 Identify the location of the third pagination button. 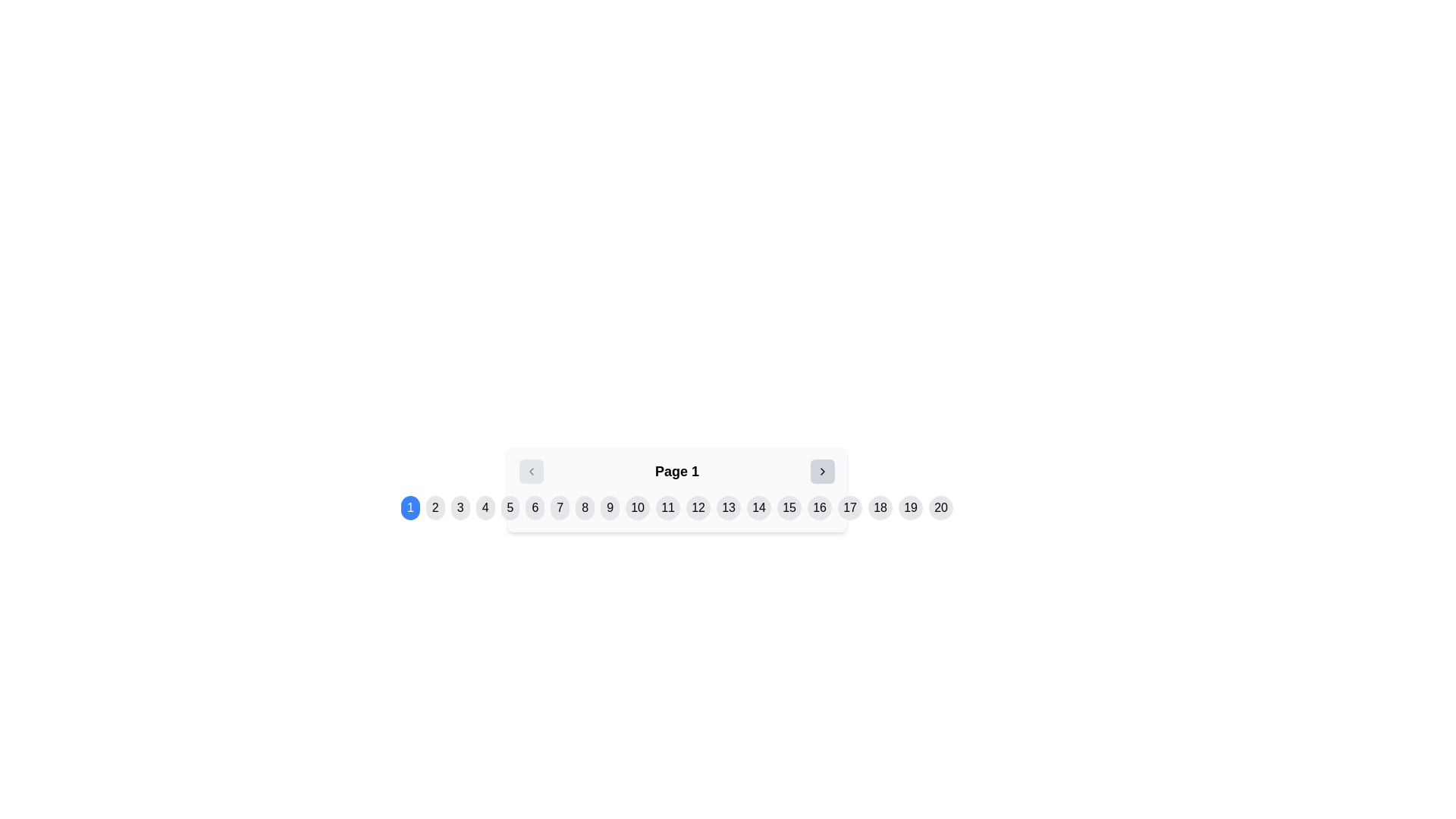
(460, 508).